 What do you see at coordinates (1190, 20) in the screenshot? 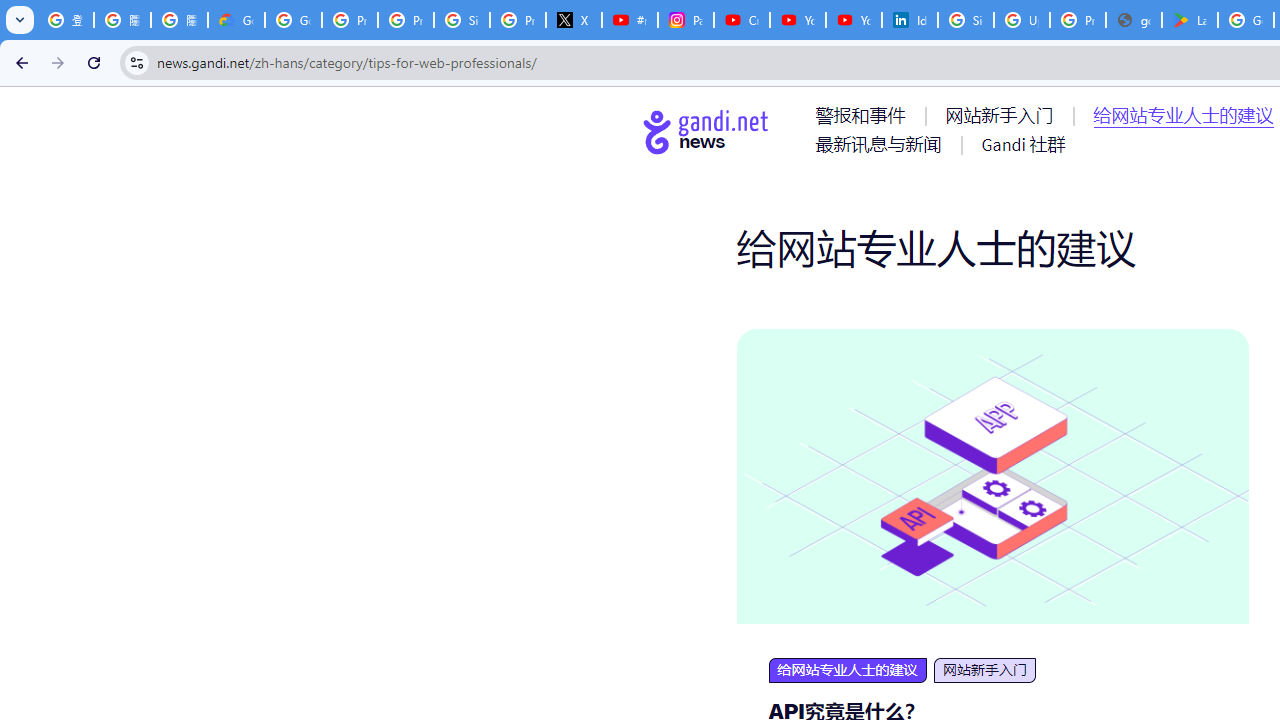
I see `'Last Shelter: Survival - Apps on Google Play'` at bounding box center [1190, 20].